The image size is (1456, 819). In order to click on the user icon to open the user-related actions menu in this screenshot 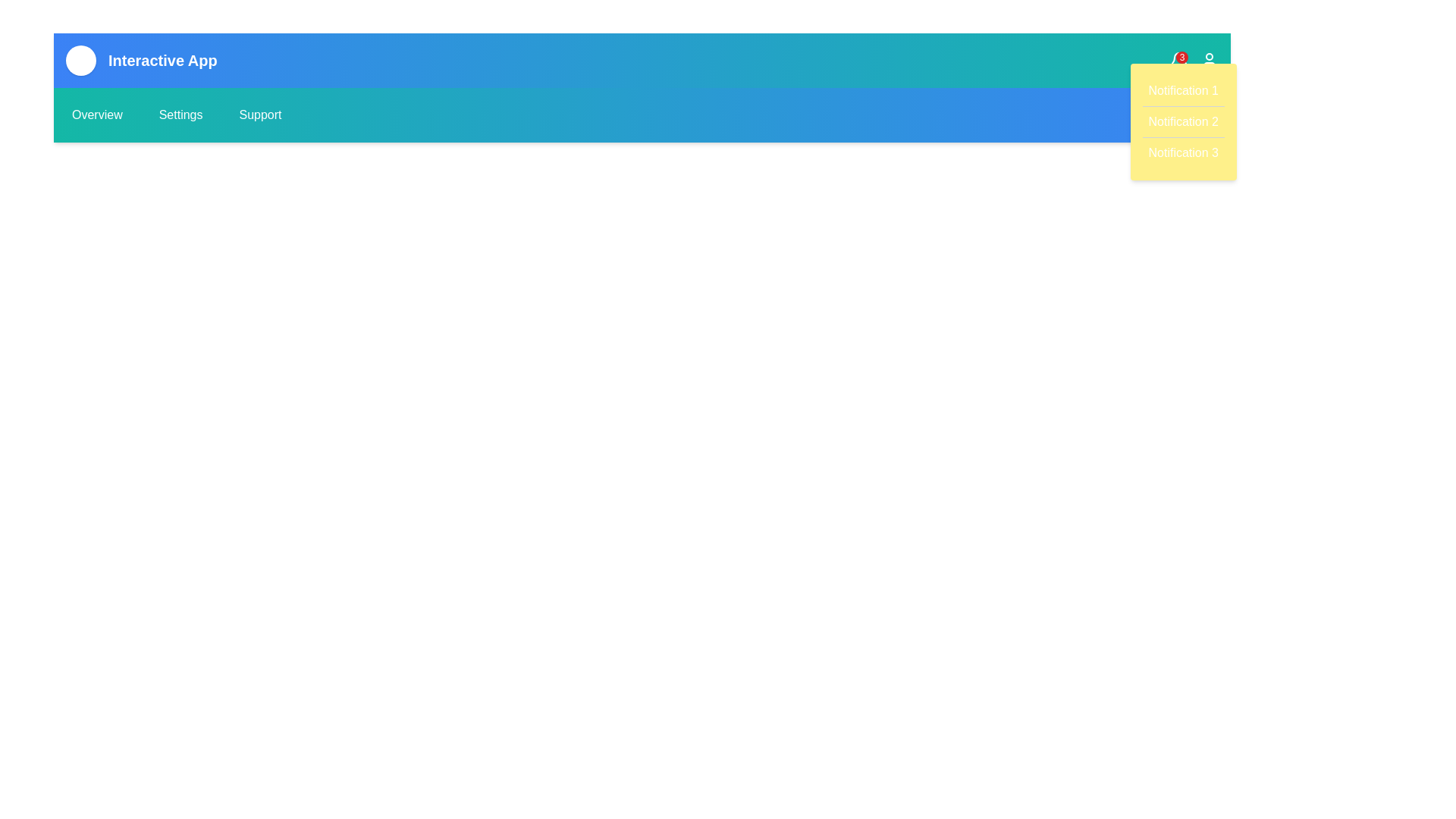, I will do `click(1208, 60)`.